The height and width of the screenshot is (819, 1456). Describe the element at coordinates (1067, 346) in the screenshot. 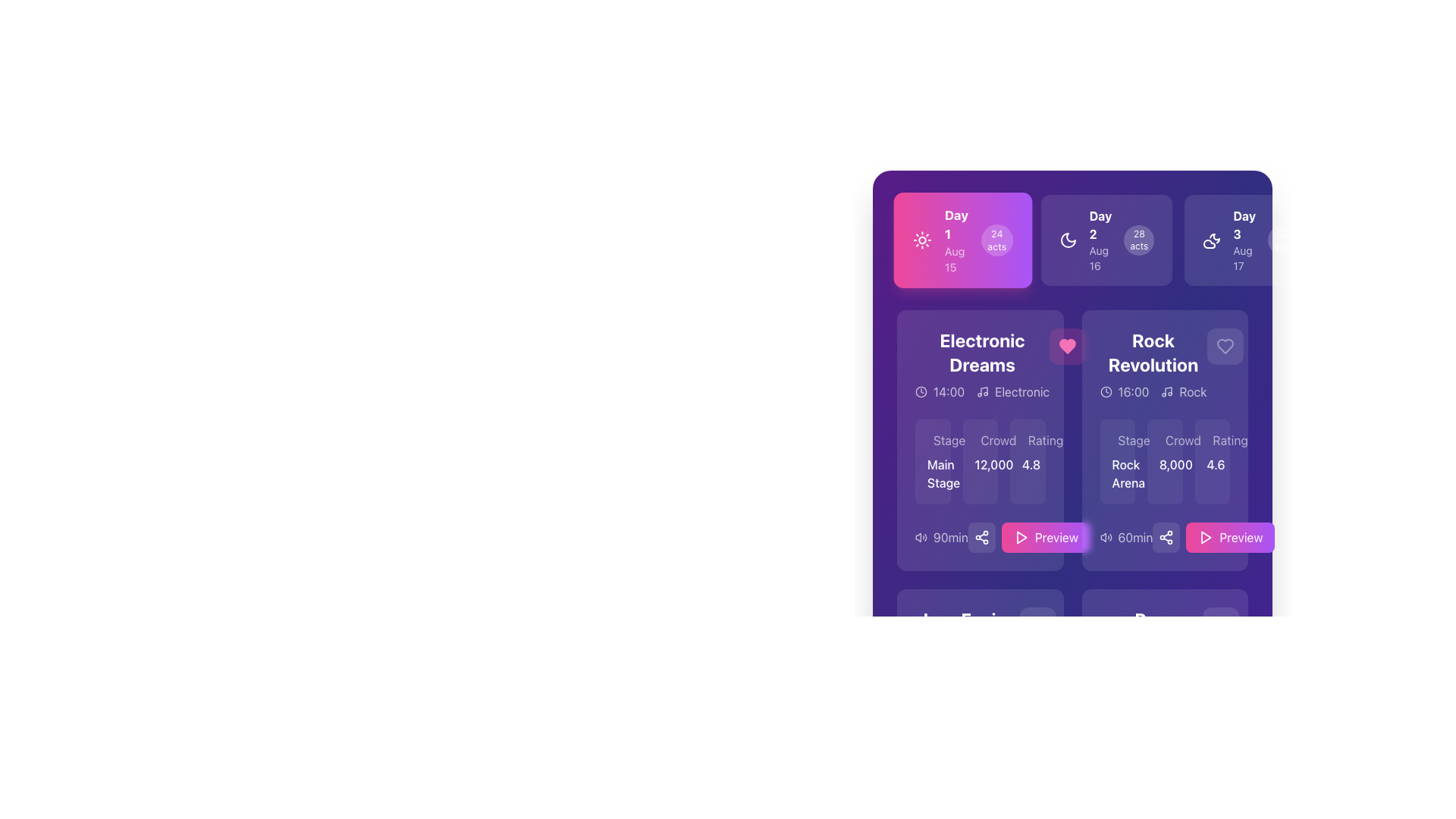

I see `the heart-shaped icon with a pink fill color to favorite the event, located to the right of the 'Electronic Dreams' title and above the event time and type information` at that location.